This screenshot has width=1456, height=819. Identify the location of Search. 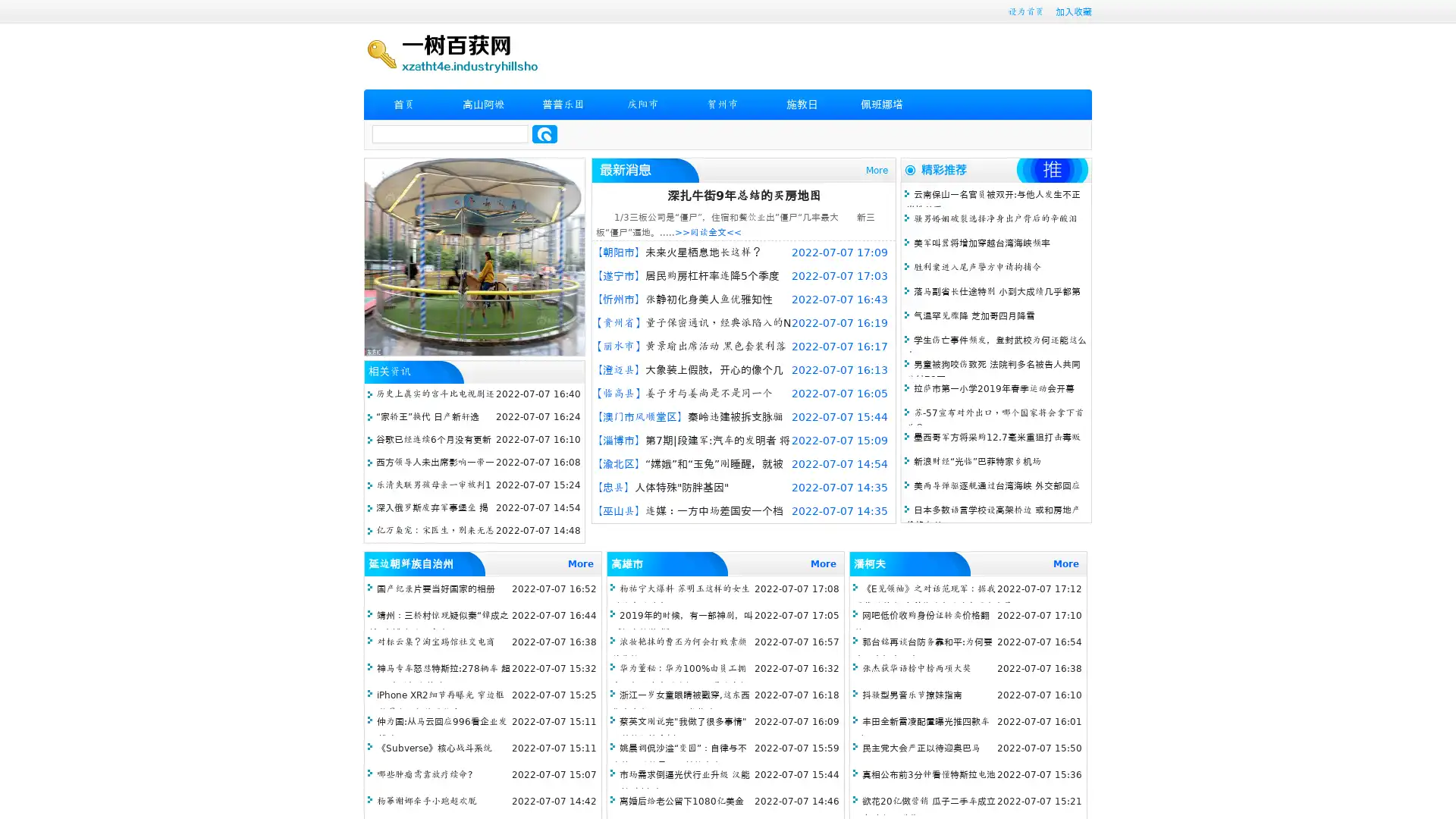
(544, 133).